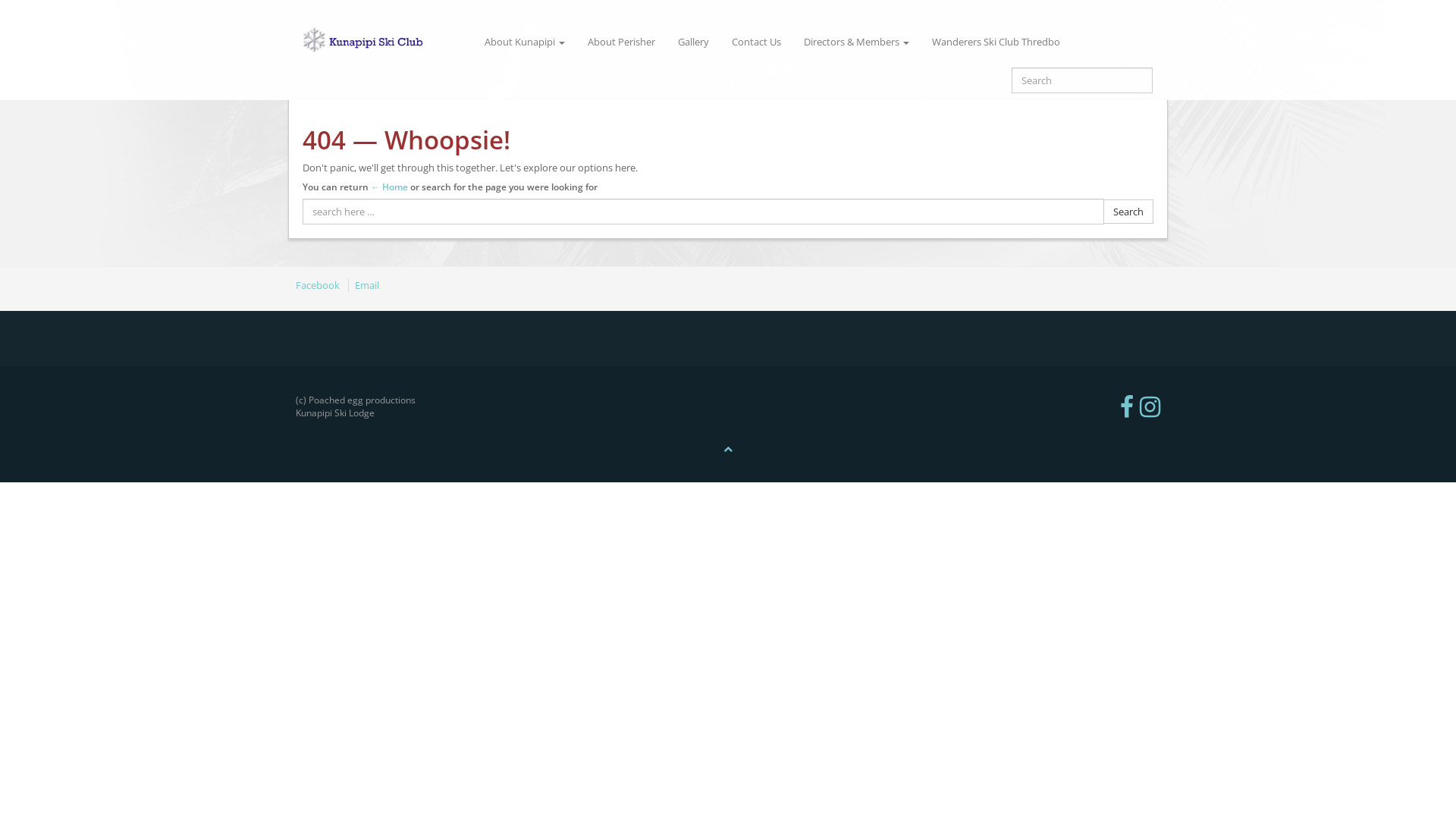  Describe the element at coordinates (319, 284) in the screenshot. I see `'Facebook'` at that location.